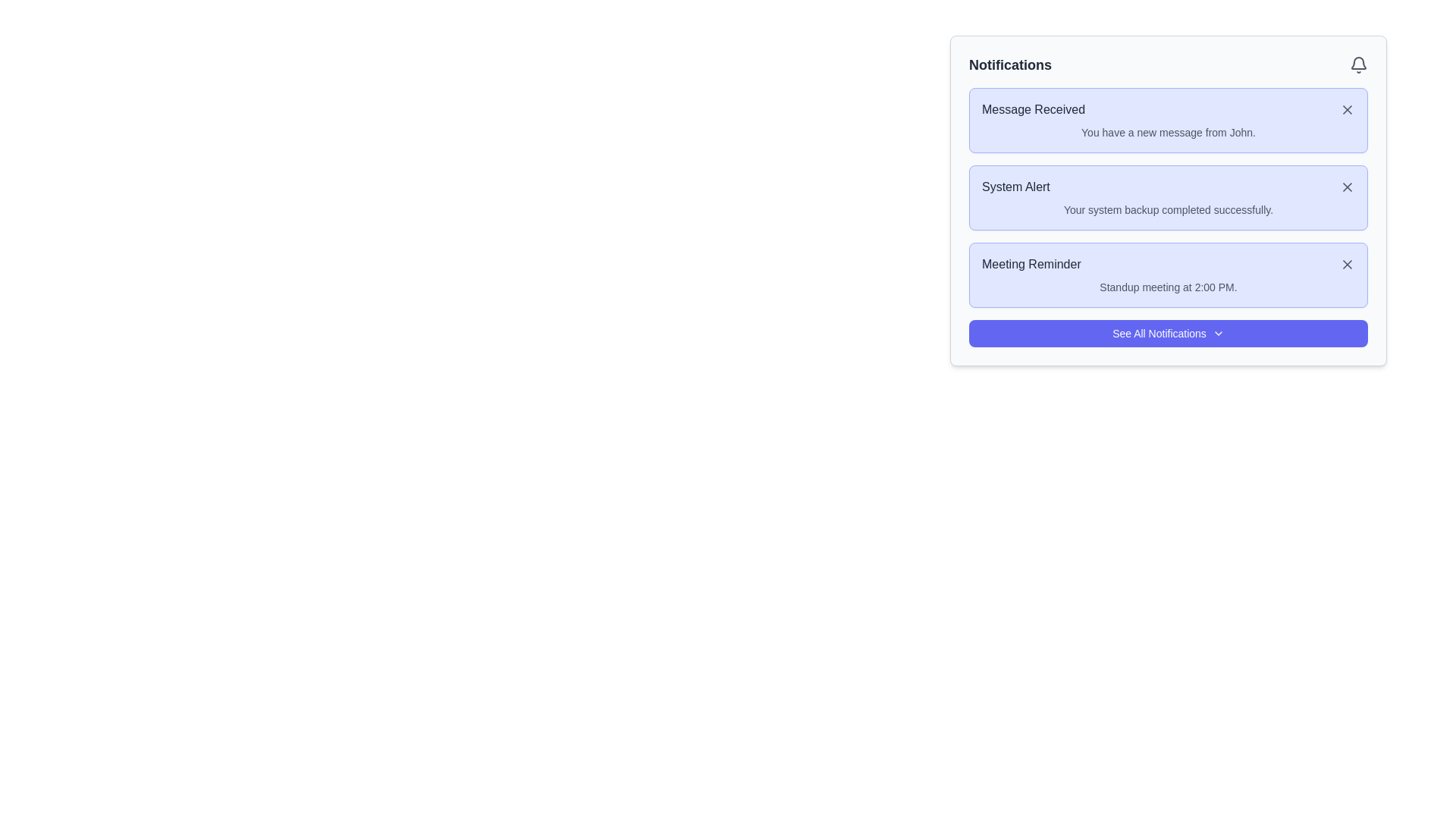  What do you see at coordinates (1033, 109) in the screenshot?
I see `the text label displaying 'Message Received', which is a medium-sized, bold, sans-serif font in dark gray on a light blue background, located near the top of a notification item in the notification panel` at bounding box center [1033, 109].